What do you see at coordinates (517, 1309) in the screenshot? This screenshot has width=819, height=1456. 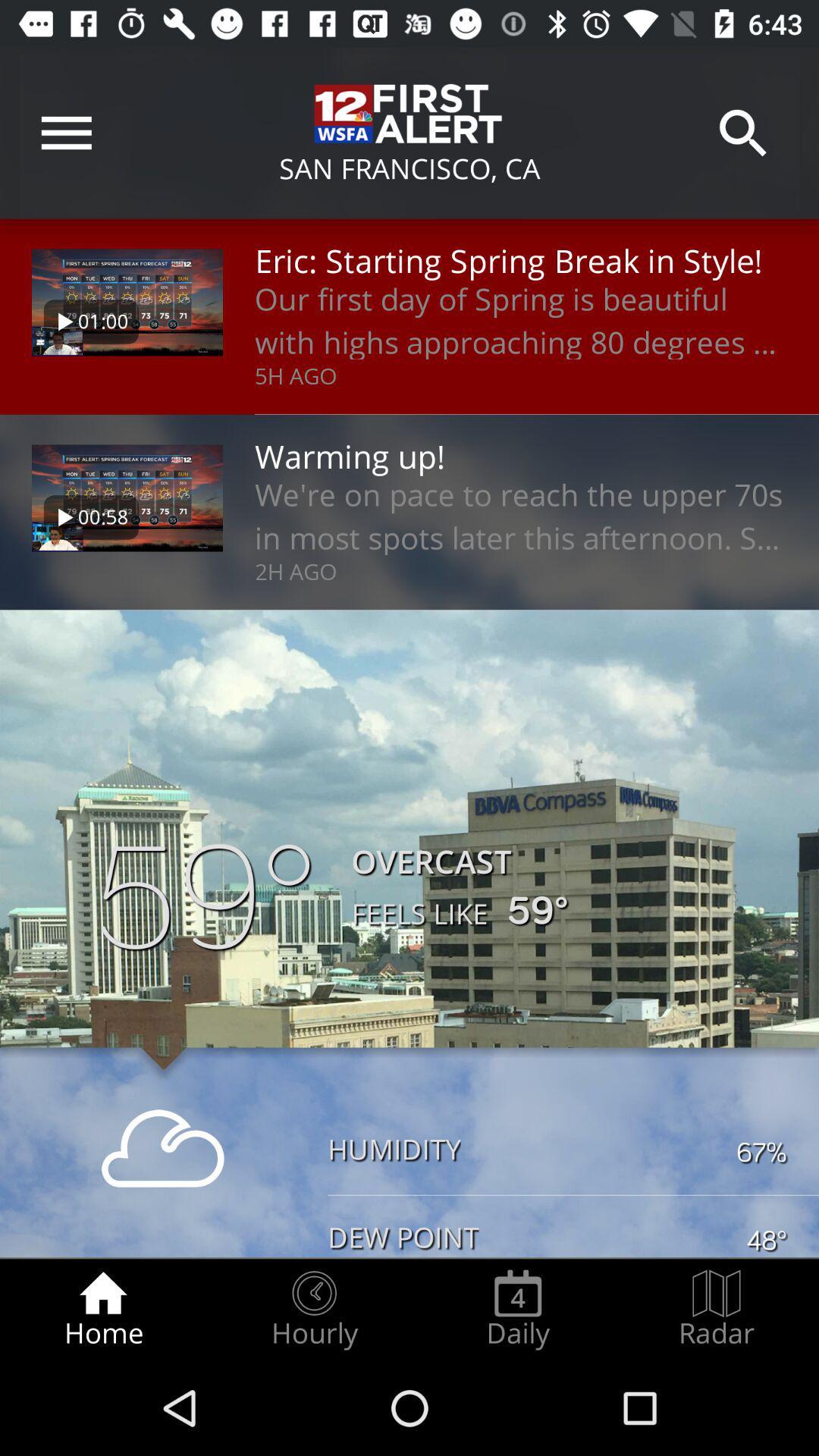 I see `item to the right of hourly radio button` at bounding box center [517, 1309].